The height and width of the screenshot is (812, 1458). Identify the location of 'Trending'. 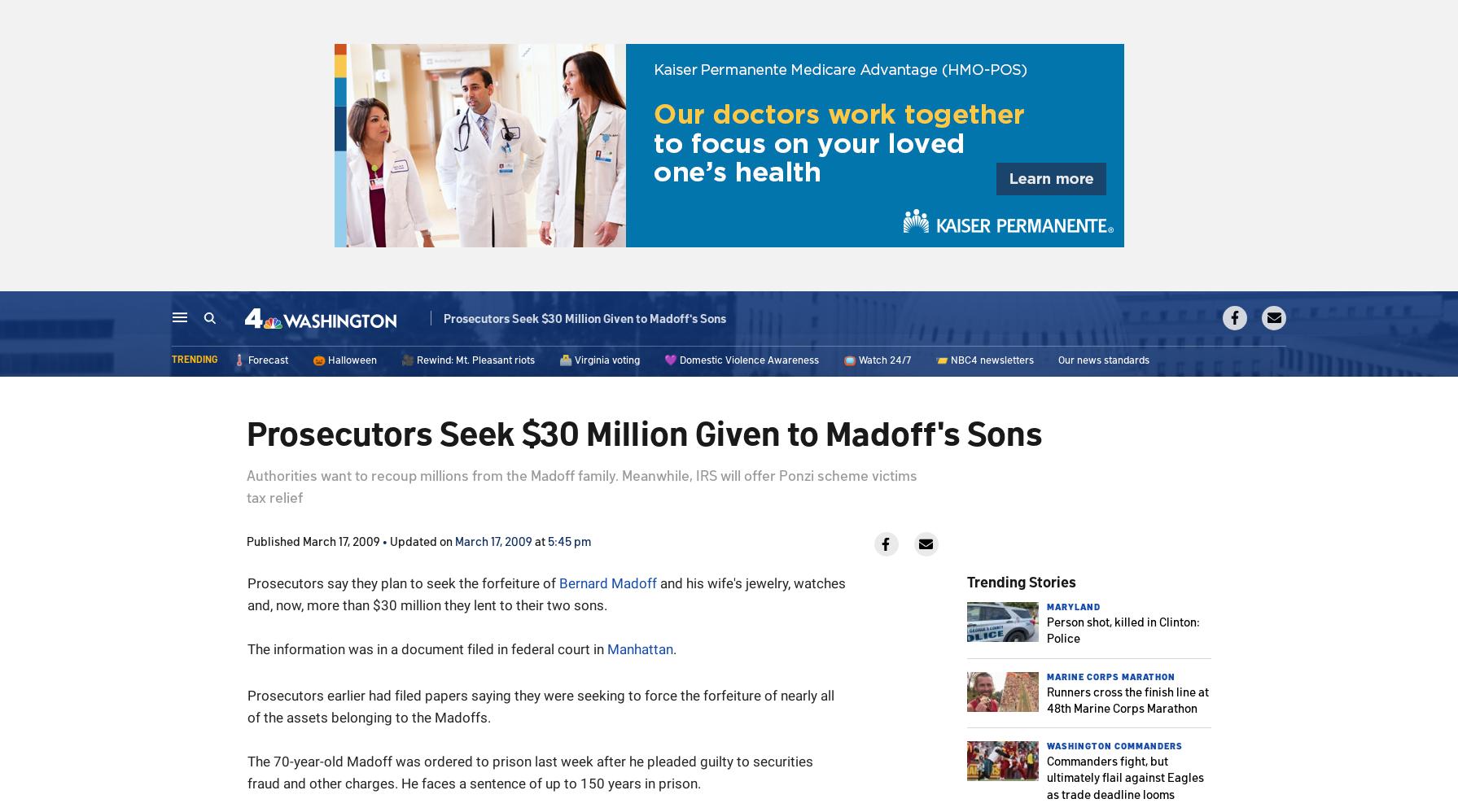
(194, 360).